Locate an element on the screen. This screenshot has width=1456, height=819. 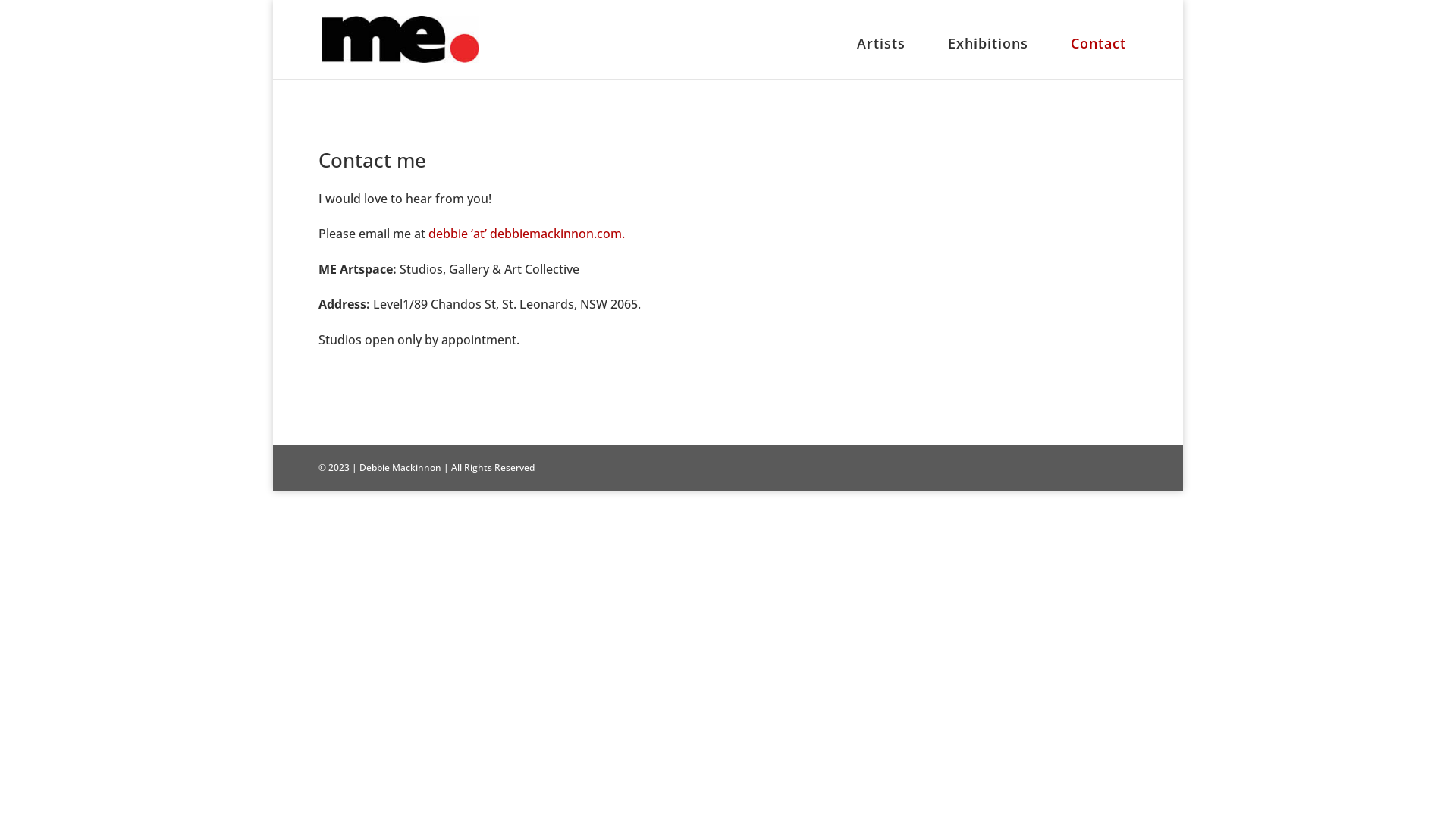
'Contact' is located at coordinates (1098, 54).